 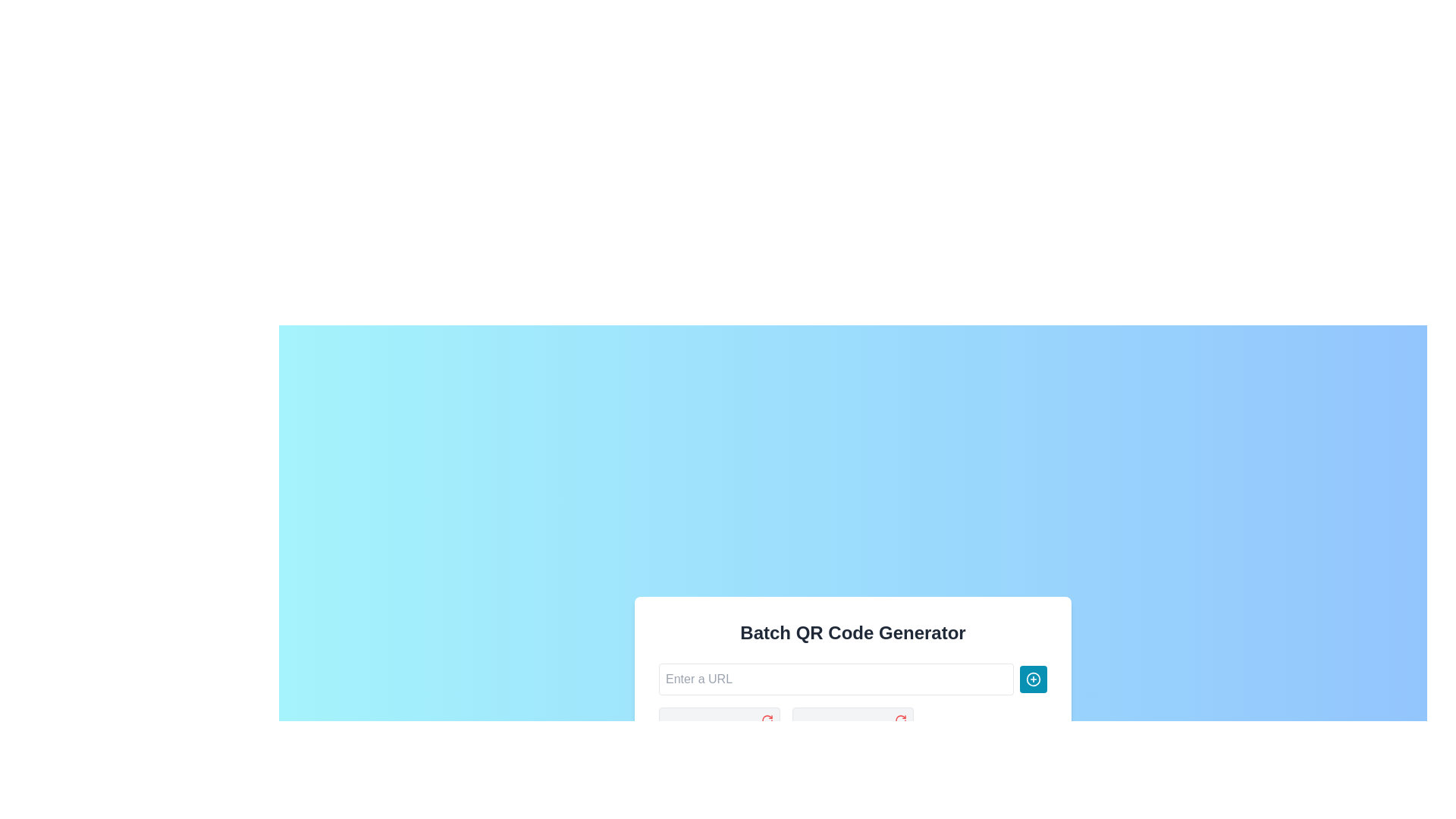 What do you see at coordinates (736, 733) in the screenshot?
I see `the second rectangular block in the upper row of the QR code grid within the Batch QR Code Generator interface` at bounding box center [736, 733].